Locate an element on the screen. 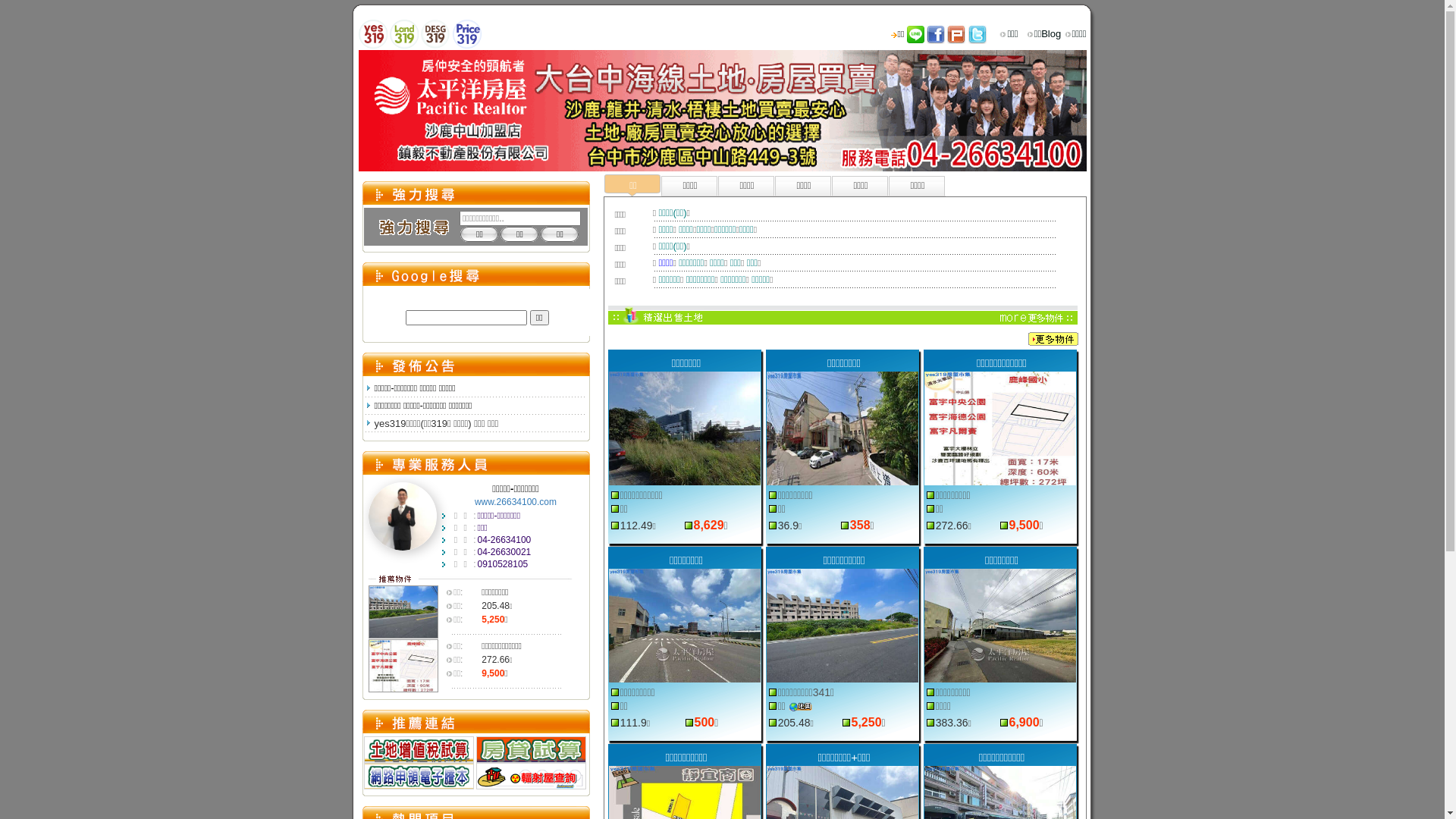  'www.26634100.com' is located at coordinates (516, 502).